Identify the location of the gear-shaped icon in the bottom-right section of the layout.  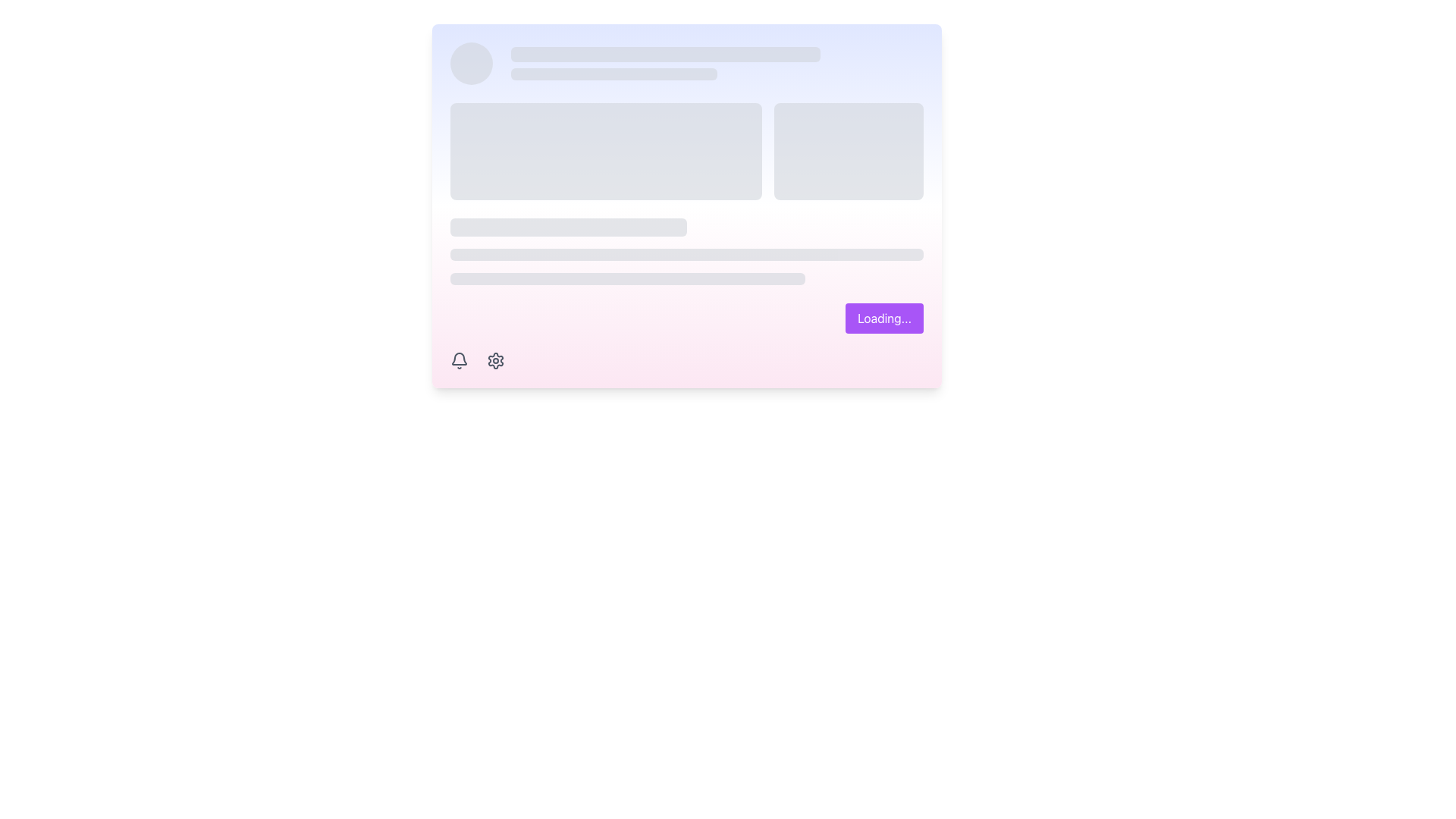
(495, 360).